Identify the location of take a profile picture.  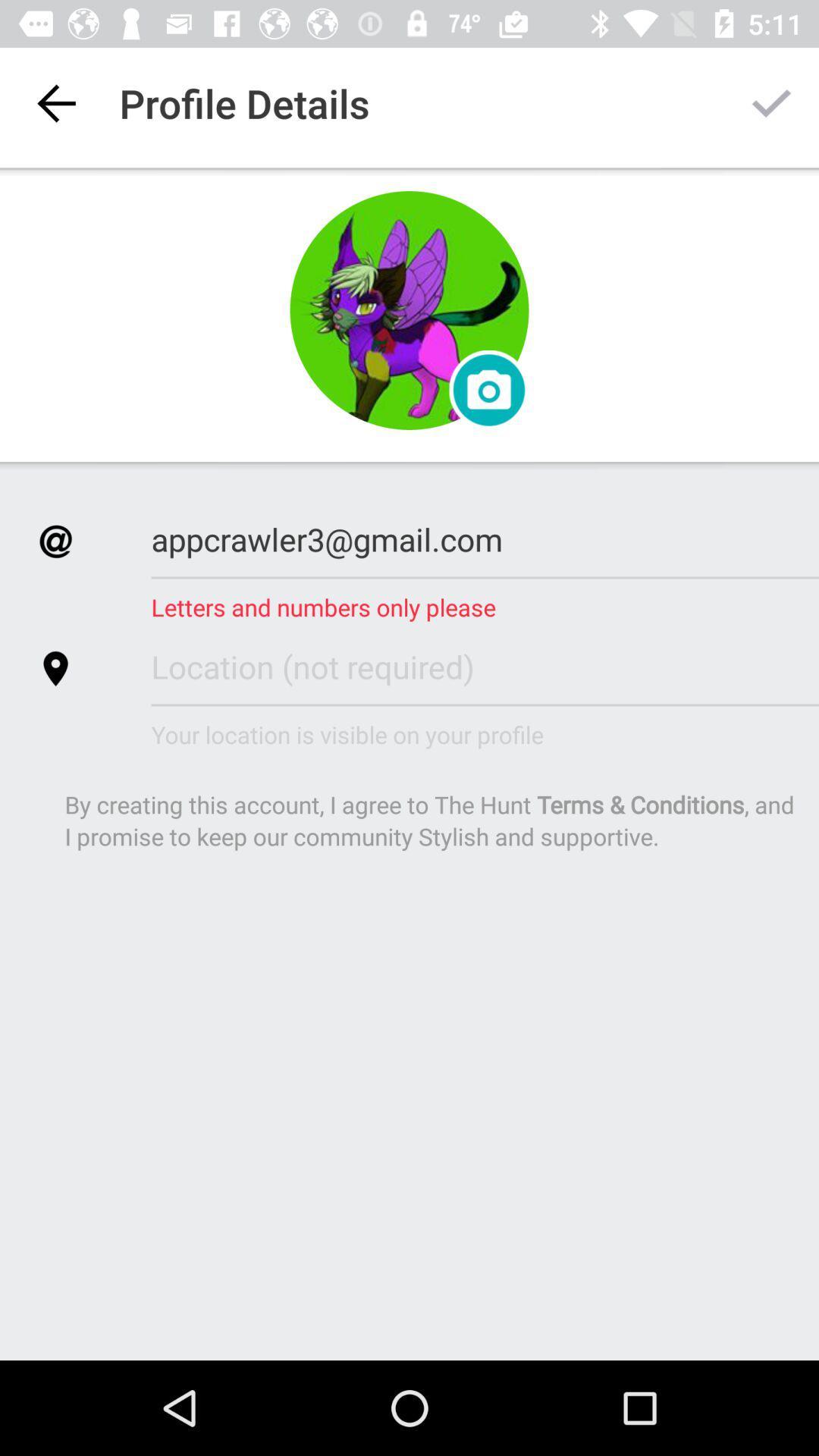
(409, 309).